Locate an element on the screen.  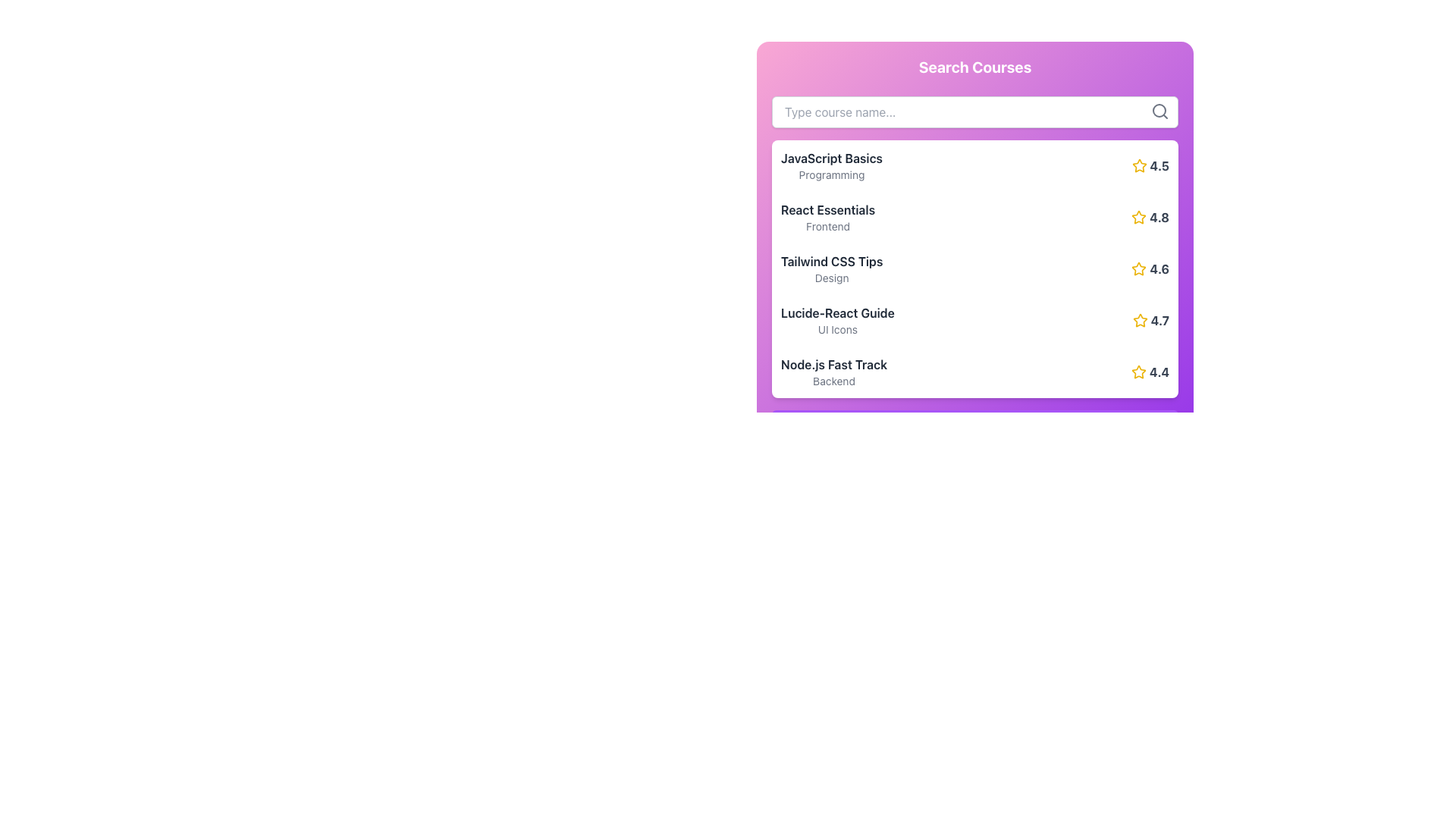
the magnifying glass icon located at the top-right of the input field to initiate the search is located at coordinates (1159, 110).